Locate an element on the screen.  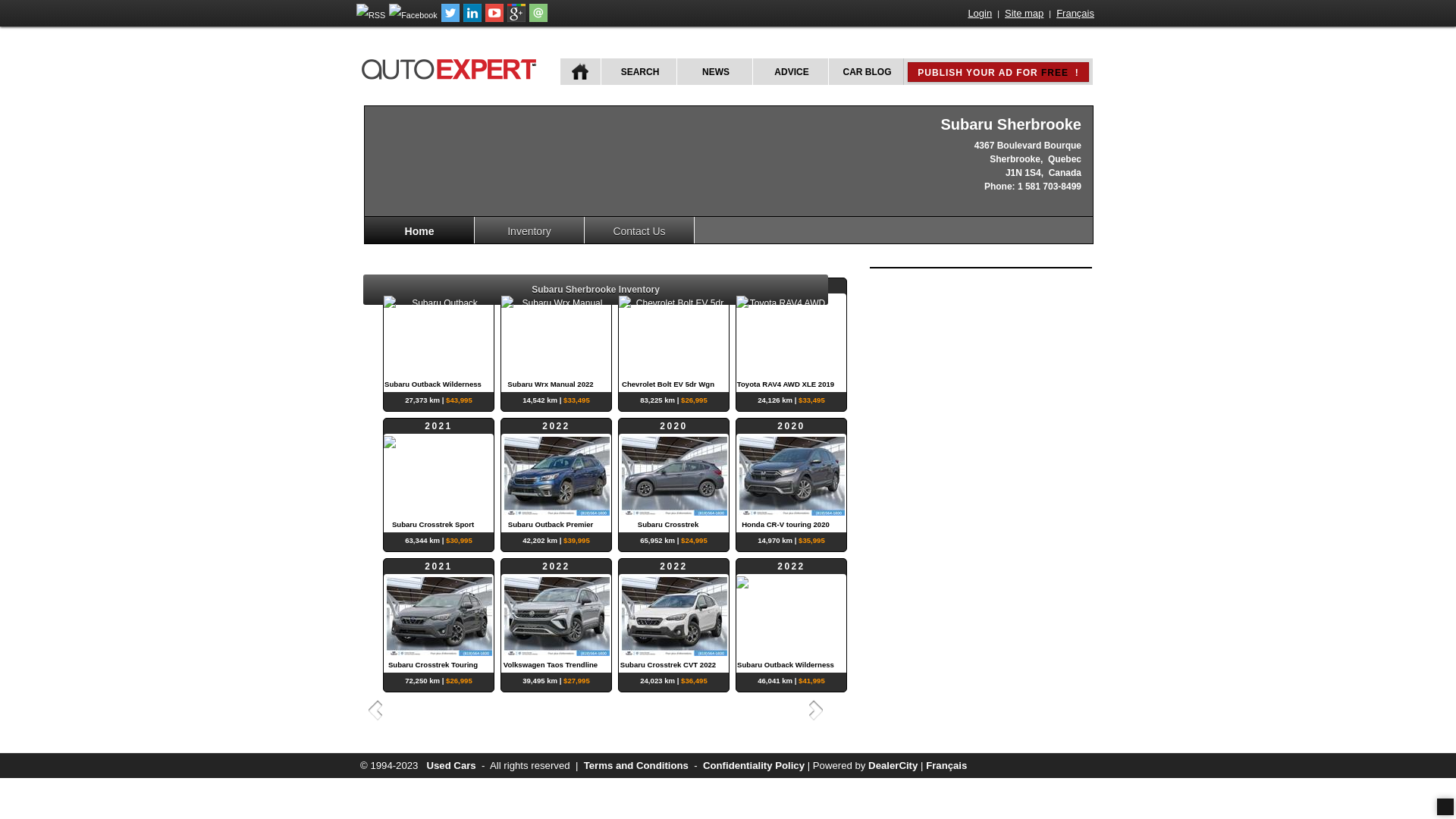
'autoExpert.ca' is located at coordinates (450, 66).